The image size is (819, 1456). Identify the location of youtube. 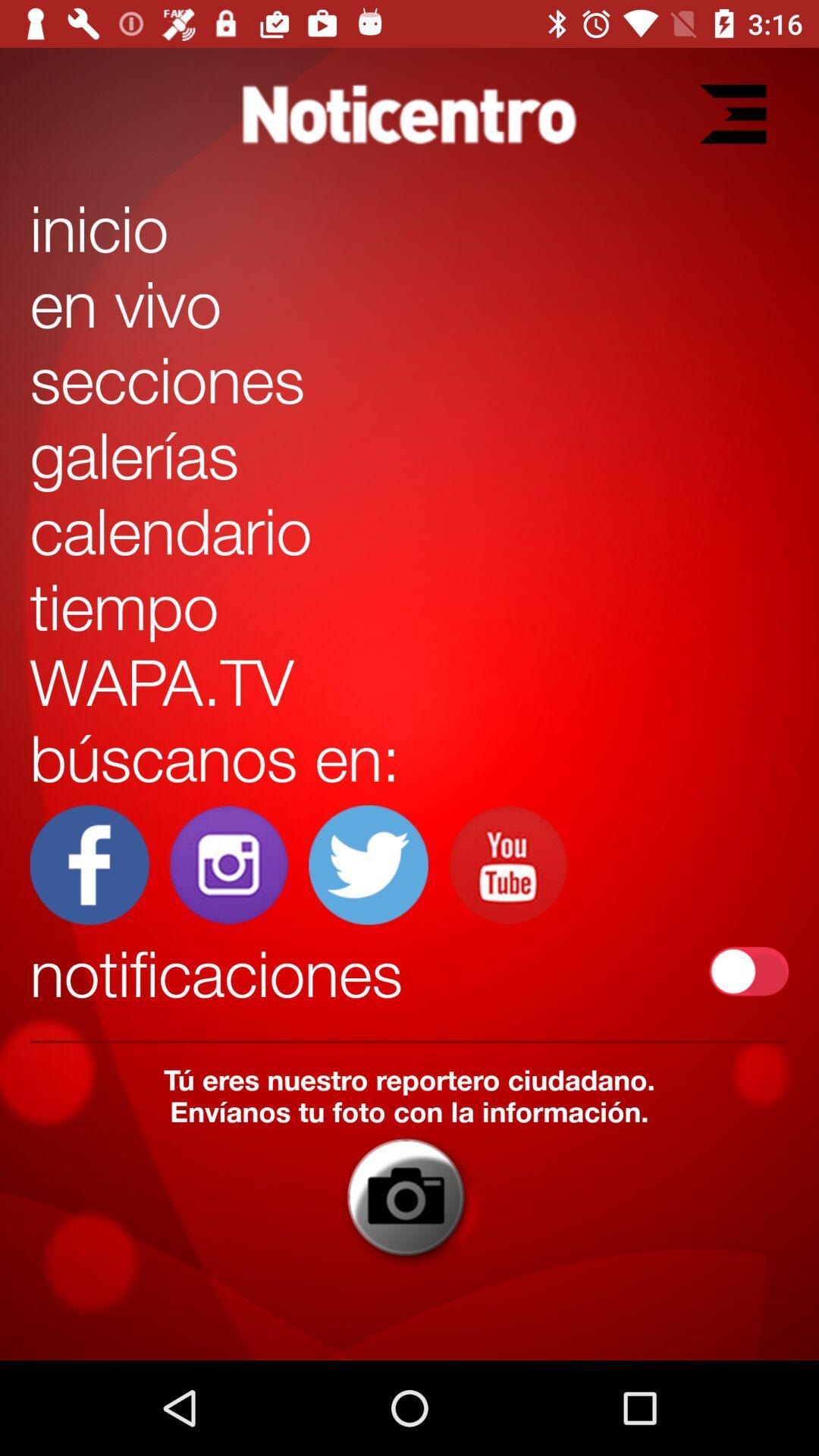
(507, 864).